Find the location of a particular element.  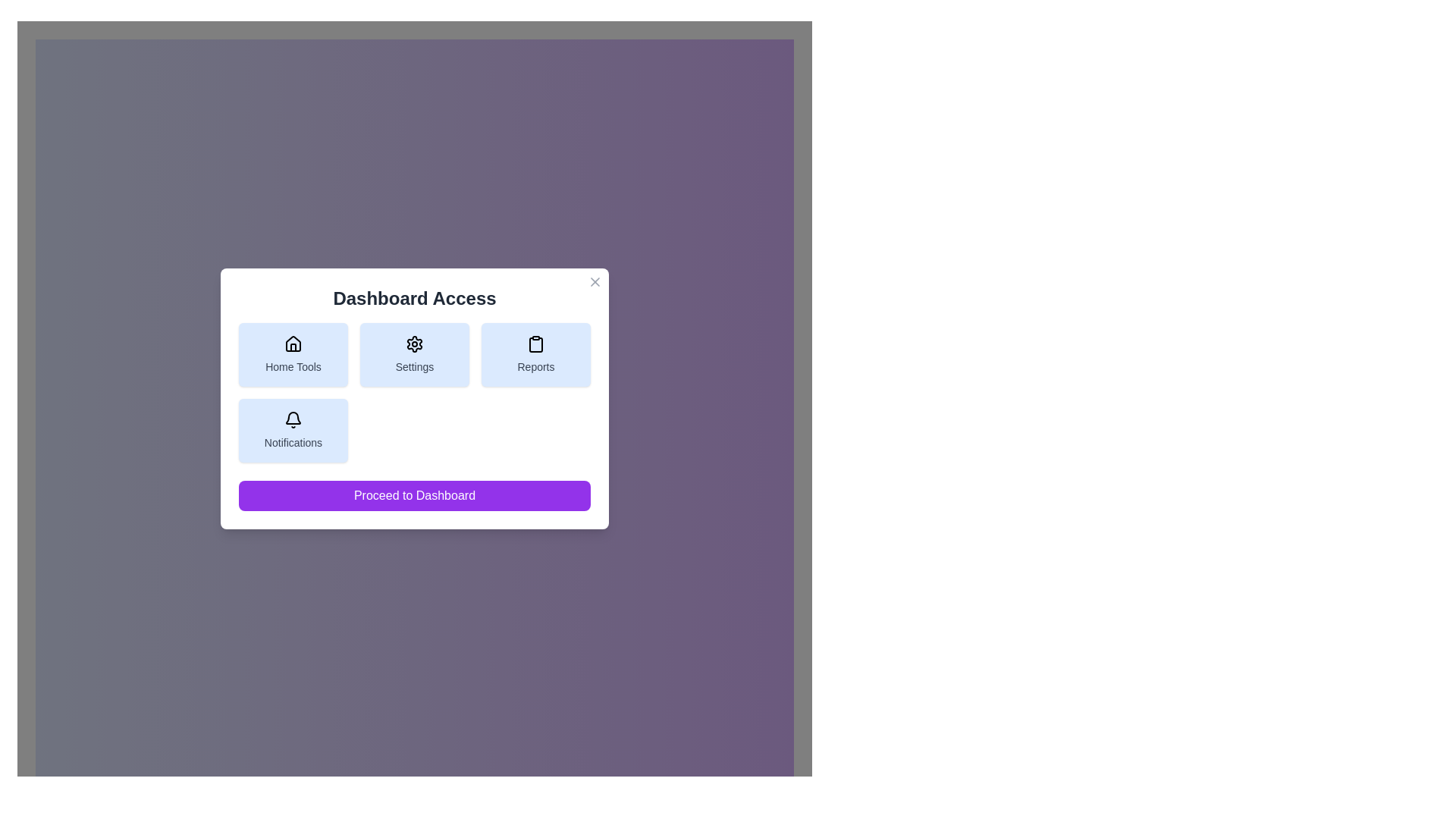

the 'Proceed to Dashboard' button with a purple background located at the bottom of the 'Dashboard Access' modal is located at coordinates (415, 496).